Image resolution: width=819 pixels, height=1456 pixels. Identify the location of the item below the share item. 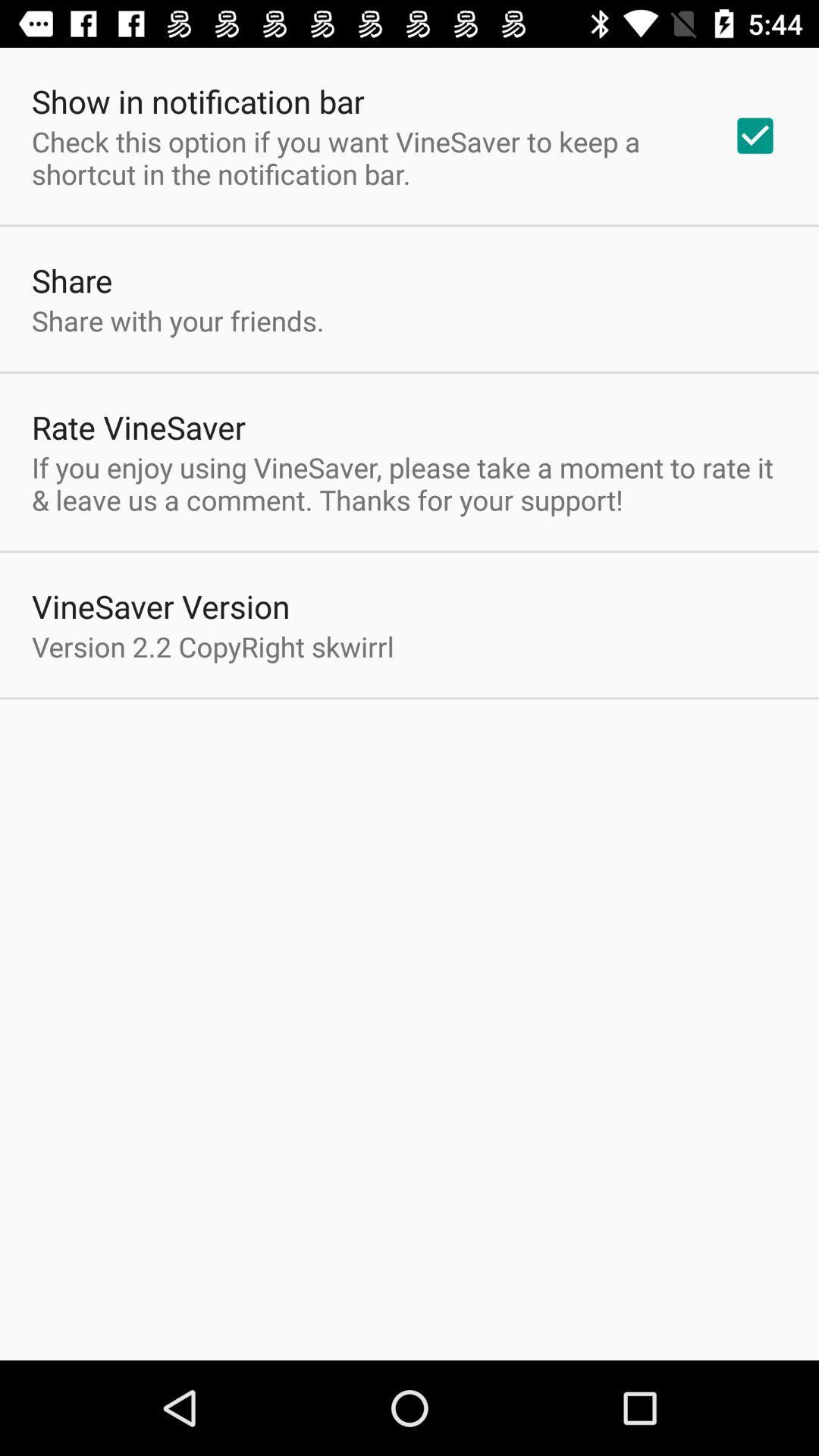
(177, 319).